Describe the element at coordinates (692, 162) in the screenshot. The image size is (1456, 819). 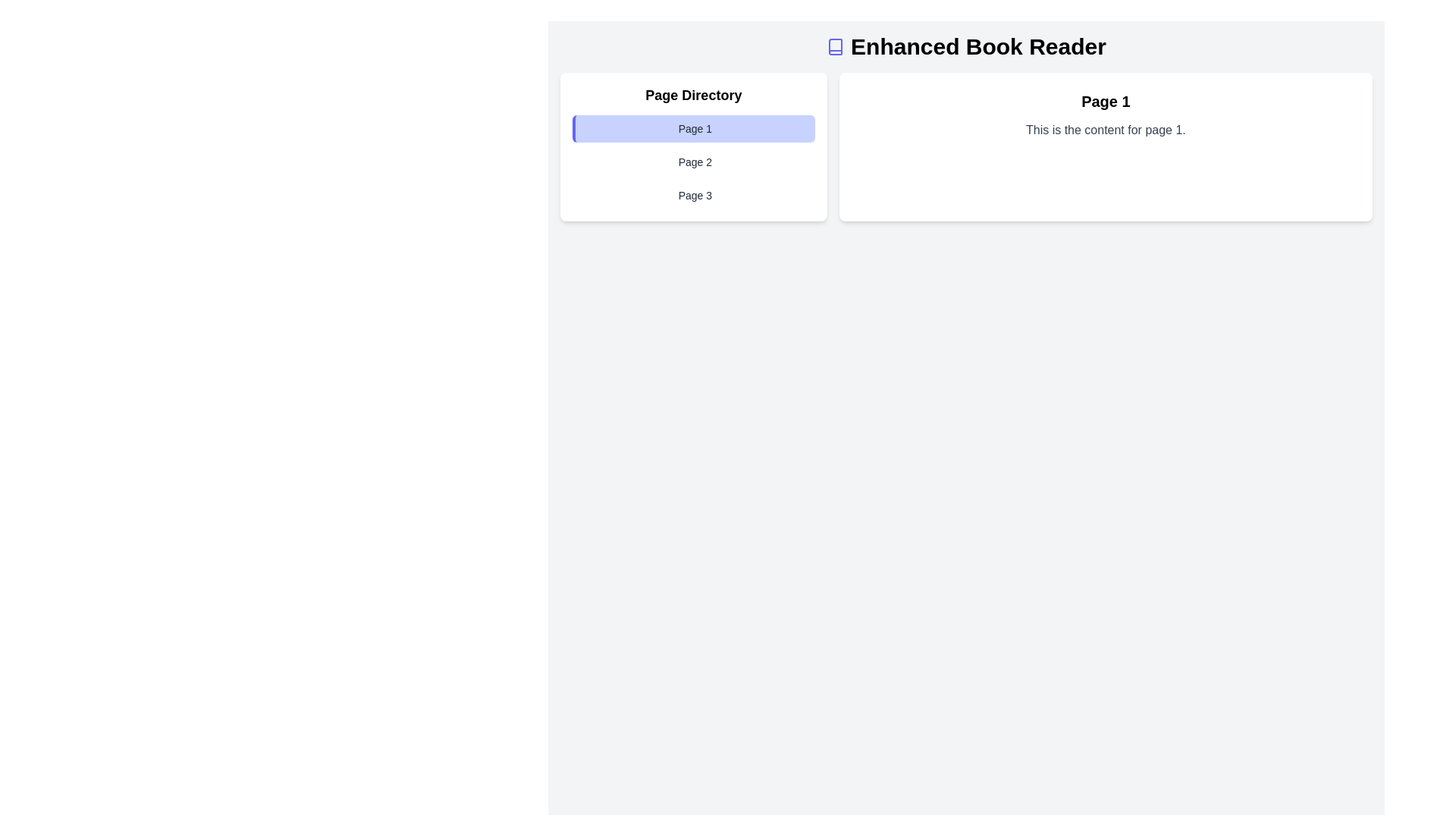
I see `the navigation item labeled 'Page 2' in the List of navigation items located under the 'Page Directory' header` at that location.